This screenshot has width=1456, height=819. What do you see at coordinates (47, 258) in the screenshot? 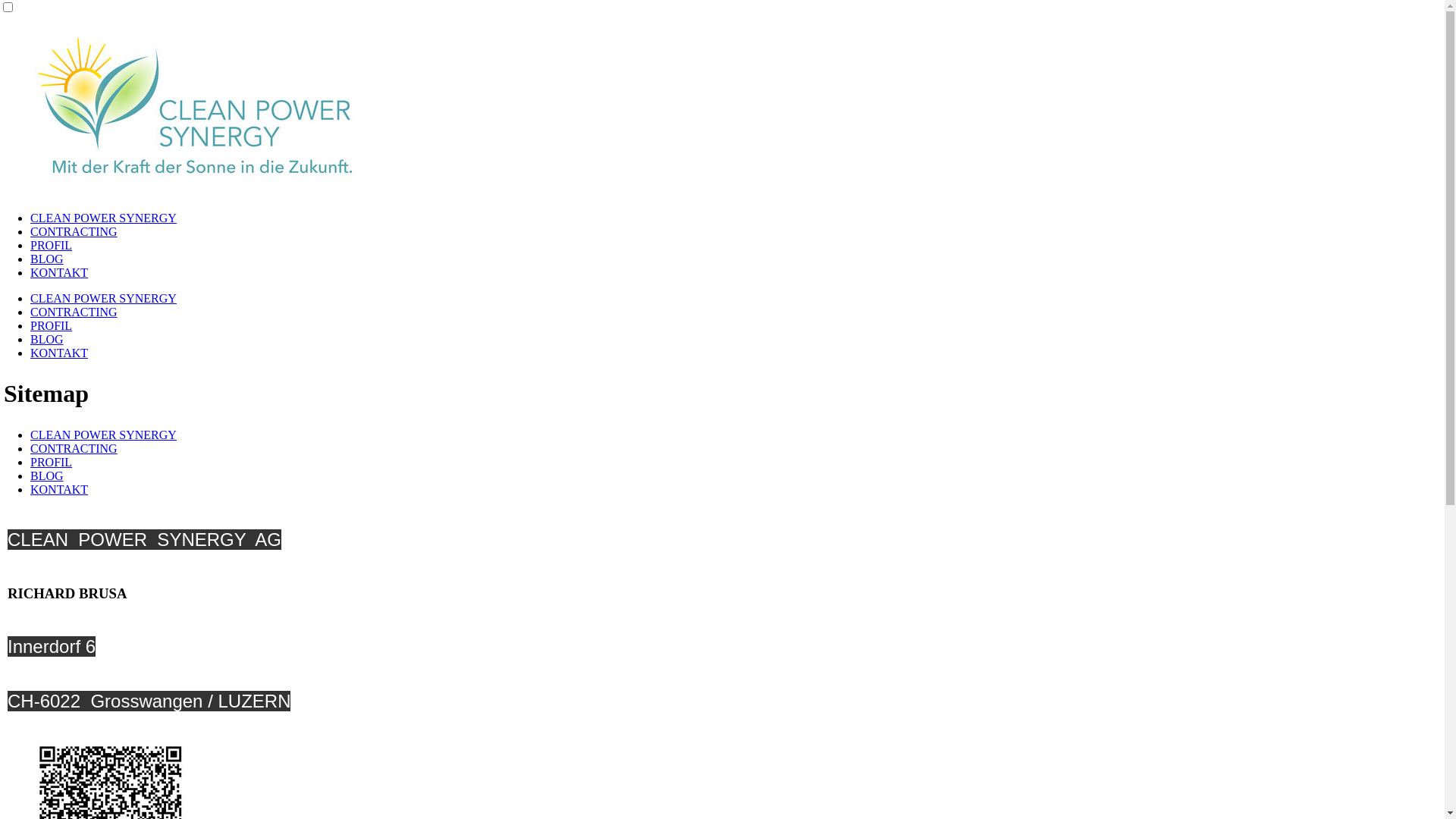
I see `'BLOG'` at bounding box center [47, 258].